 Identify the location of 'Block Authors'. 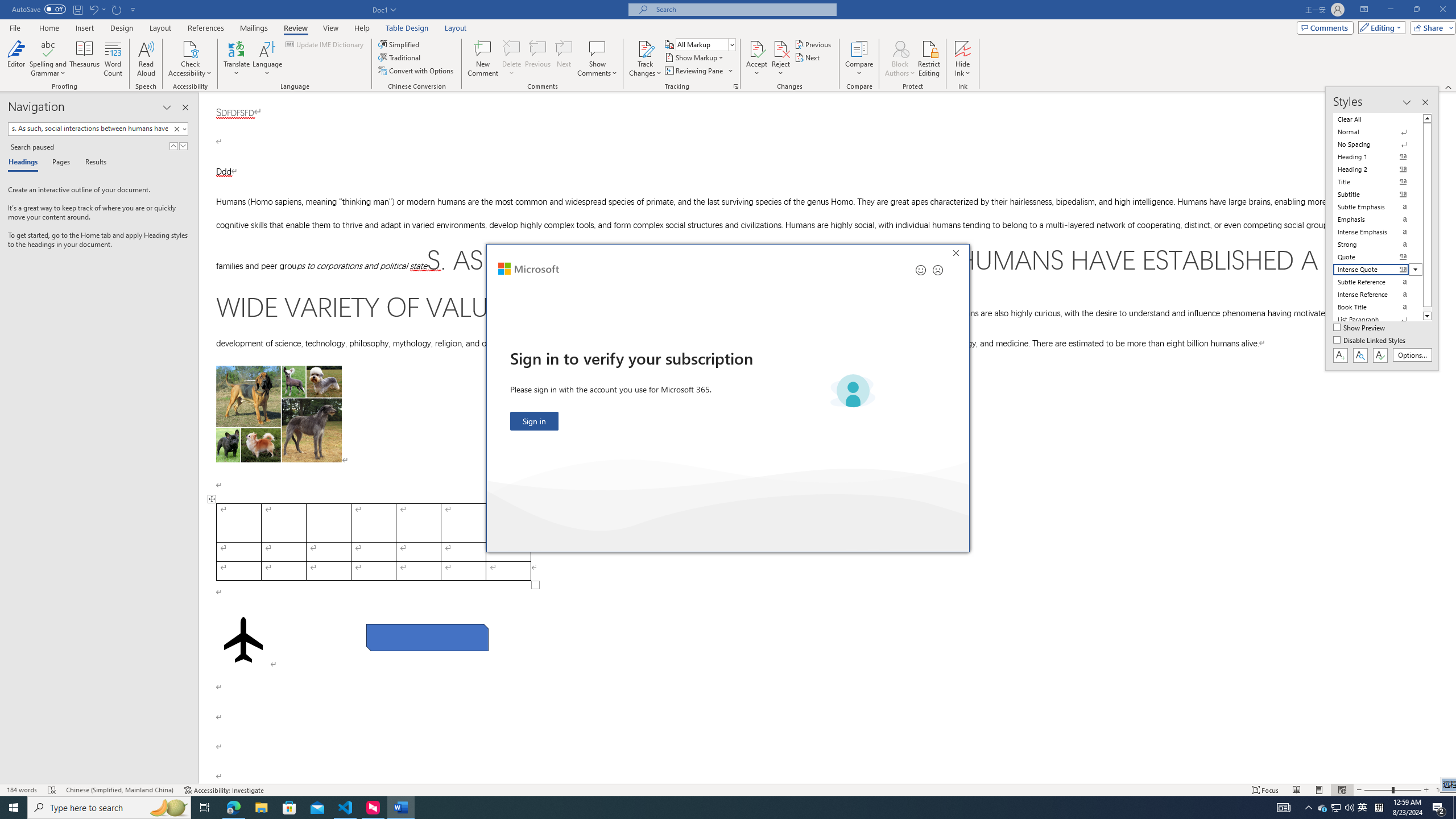
(900, 59).